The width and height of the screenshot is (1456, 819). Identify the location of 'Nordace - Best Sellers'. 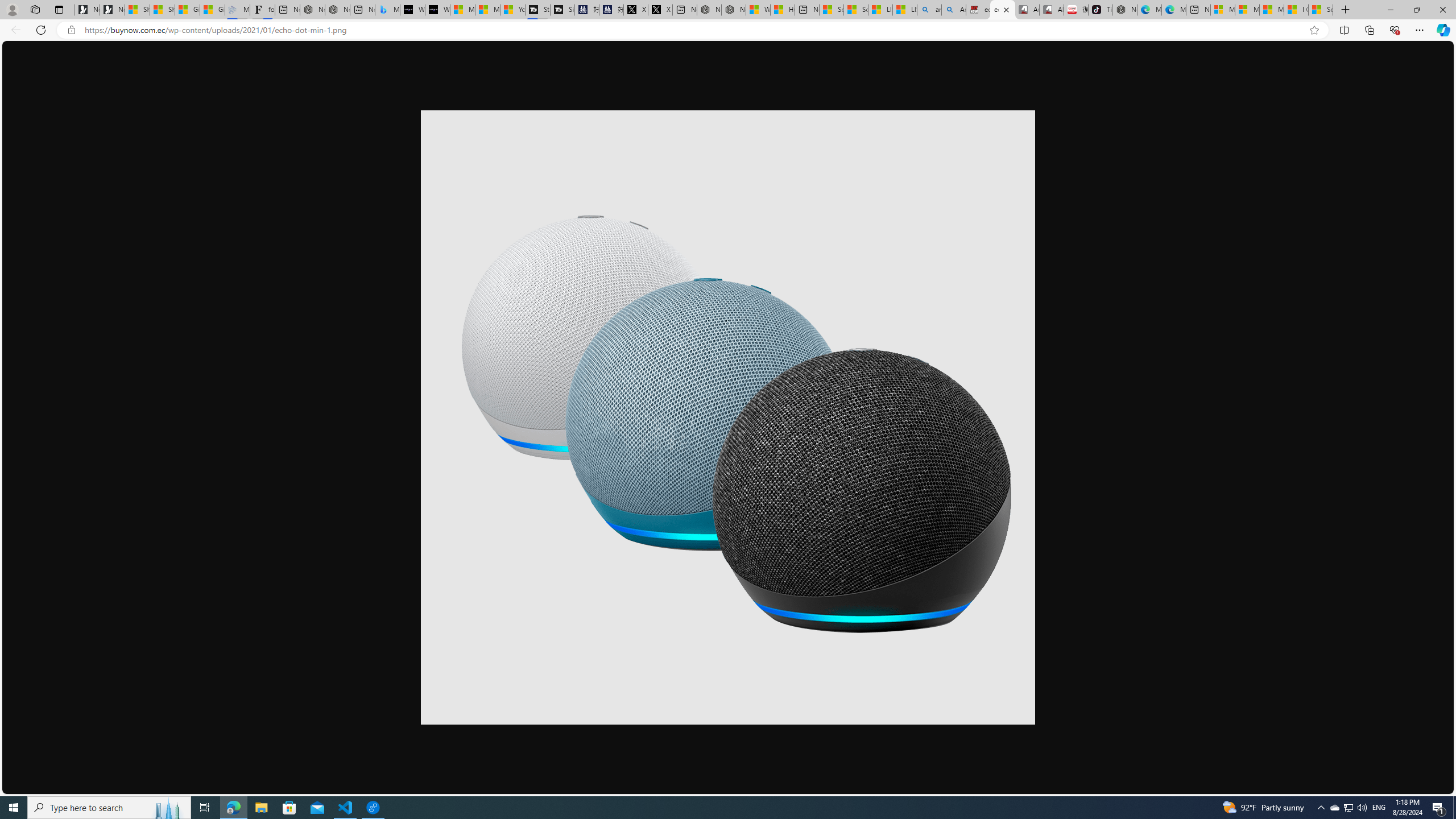
(1124, 9).